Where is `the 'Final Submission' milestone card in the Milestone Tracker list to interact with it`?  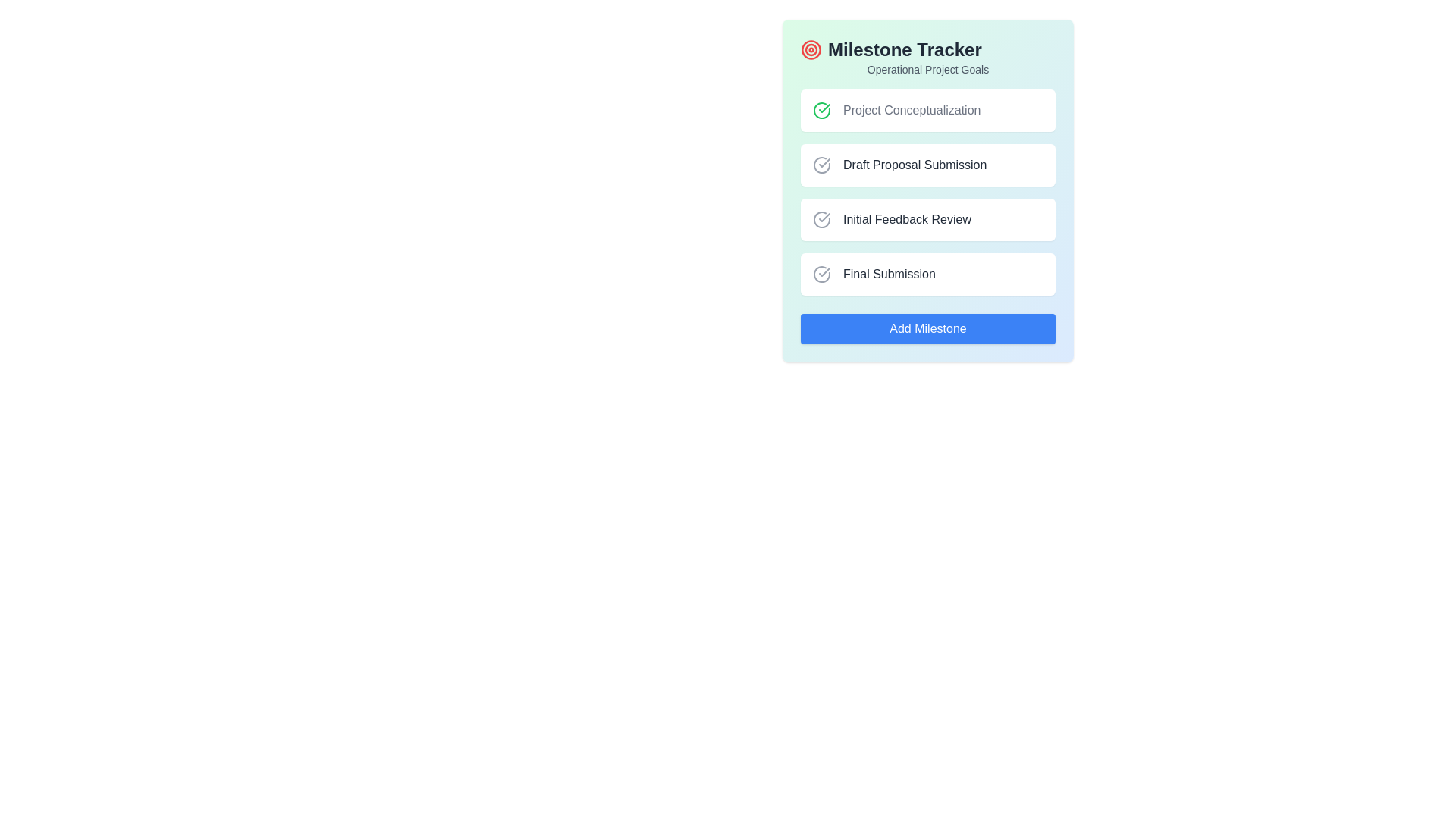 the 'Final Submission' milestone card in the Milestone Tracker list to interact with it is located at coordinates (927, 275).